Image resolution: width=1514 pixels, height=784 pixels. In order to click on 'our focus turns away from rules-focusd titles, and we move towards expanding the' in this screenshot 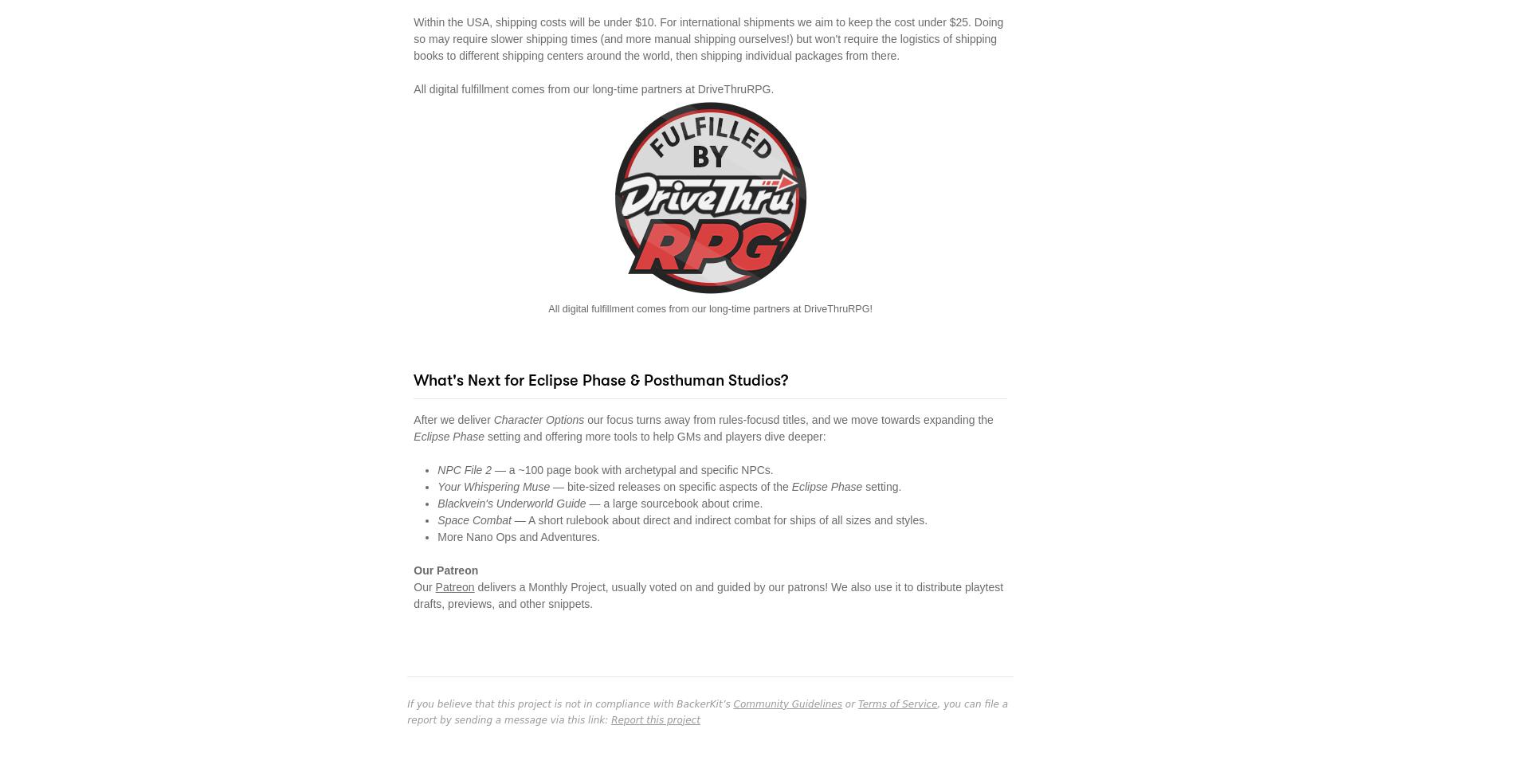, I will do `click(583, 418)`.